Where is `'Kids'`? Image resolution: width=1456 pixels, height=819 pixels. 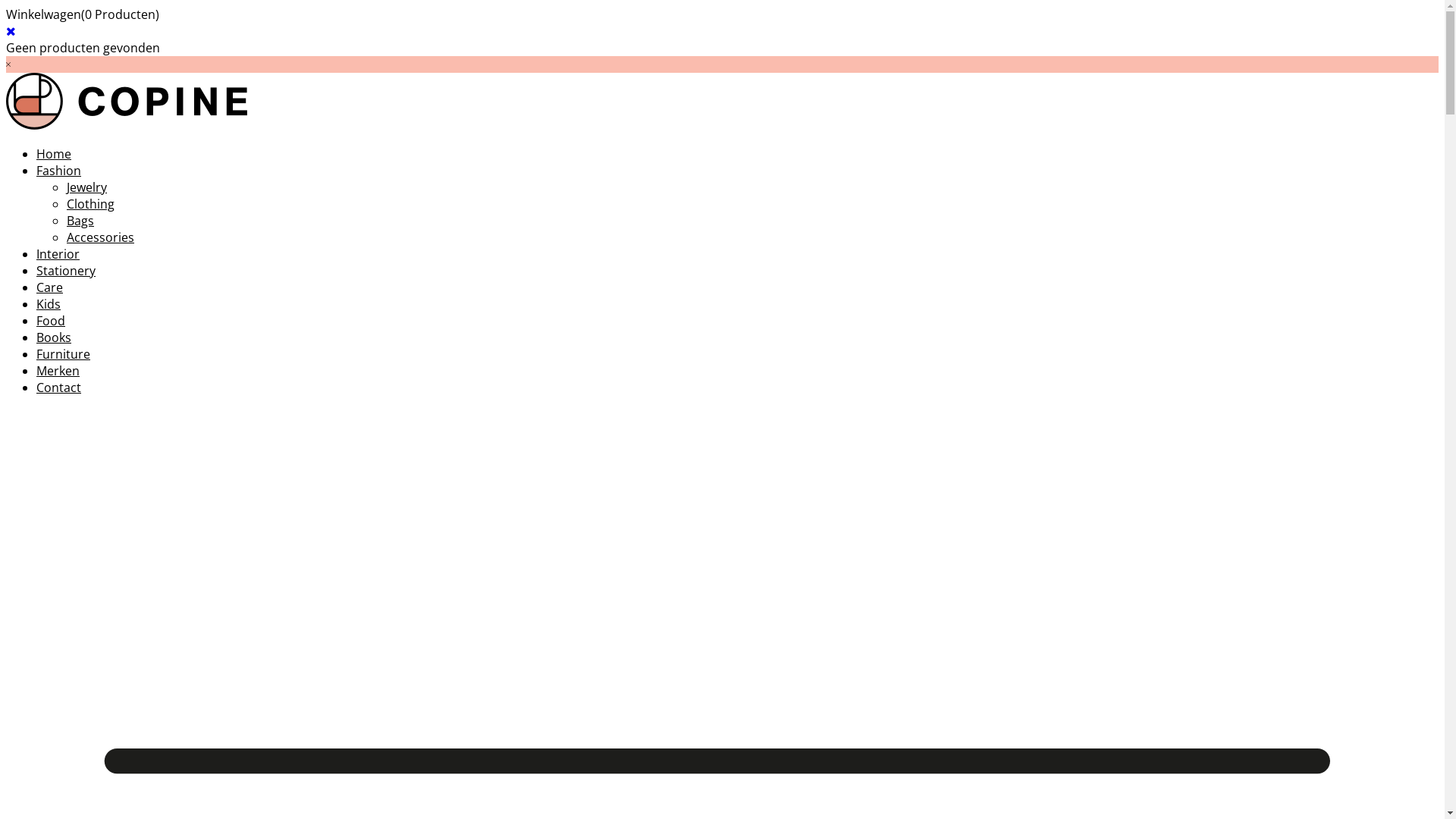
'Kids' is located at coordinates (36, 304).